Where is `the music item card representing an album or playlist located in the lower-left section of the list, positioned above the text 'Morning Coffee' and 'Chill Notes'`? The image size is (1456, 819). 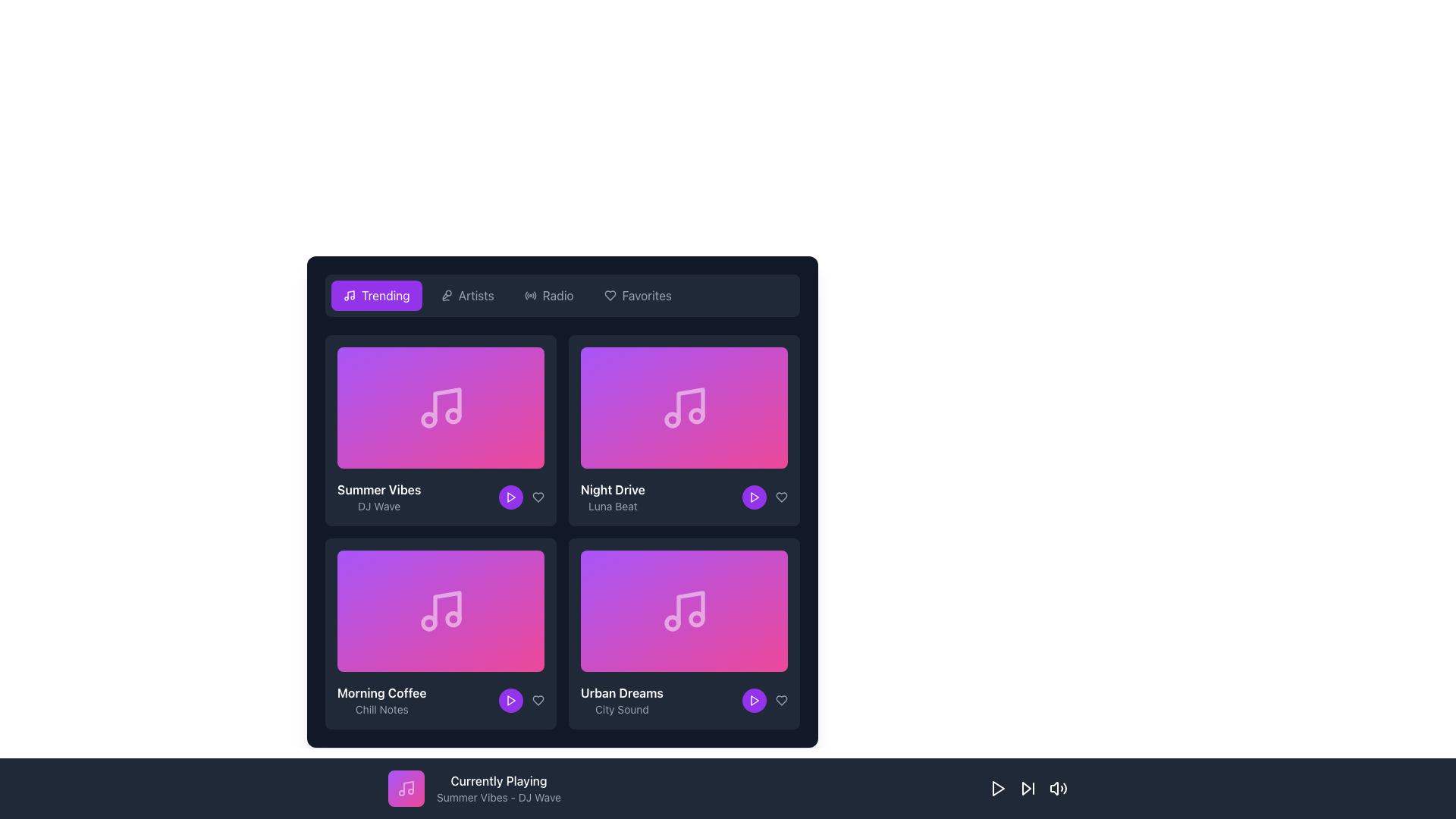 the music item card representing an album or playlist located in the lower-left section of the list, positioned above the text 'Morning Coffee' and 'Chill Notes' is located at coordinates (440, 610).